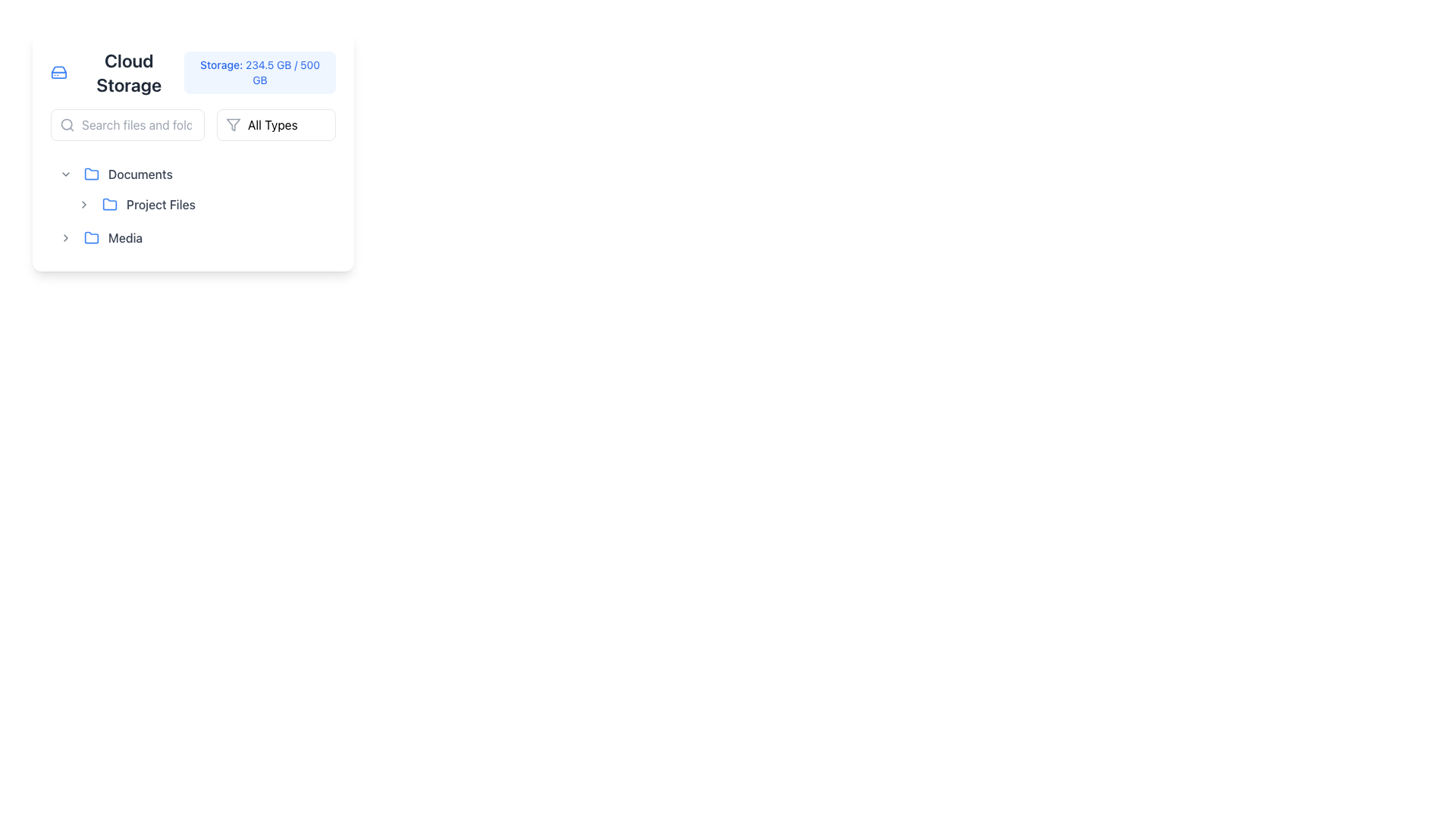  What do you see at coordinates (83, 205) in the screenshot?
I see `the chevron icon indicating the expansion or collapse of nested content, located to the left of the 'Project Files' label` at bounding box center [83, 205].